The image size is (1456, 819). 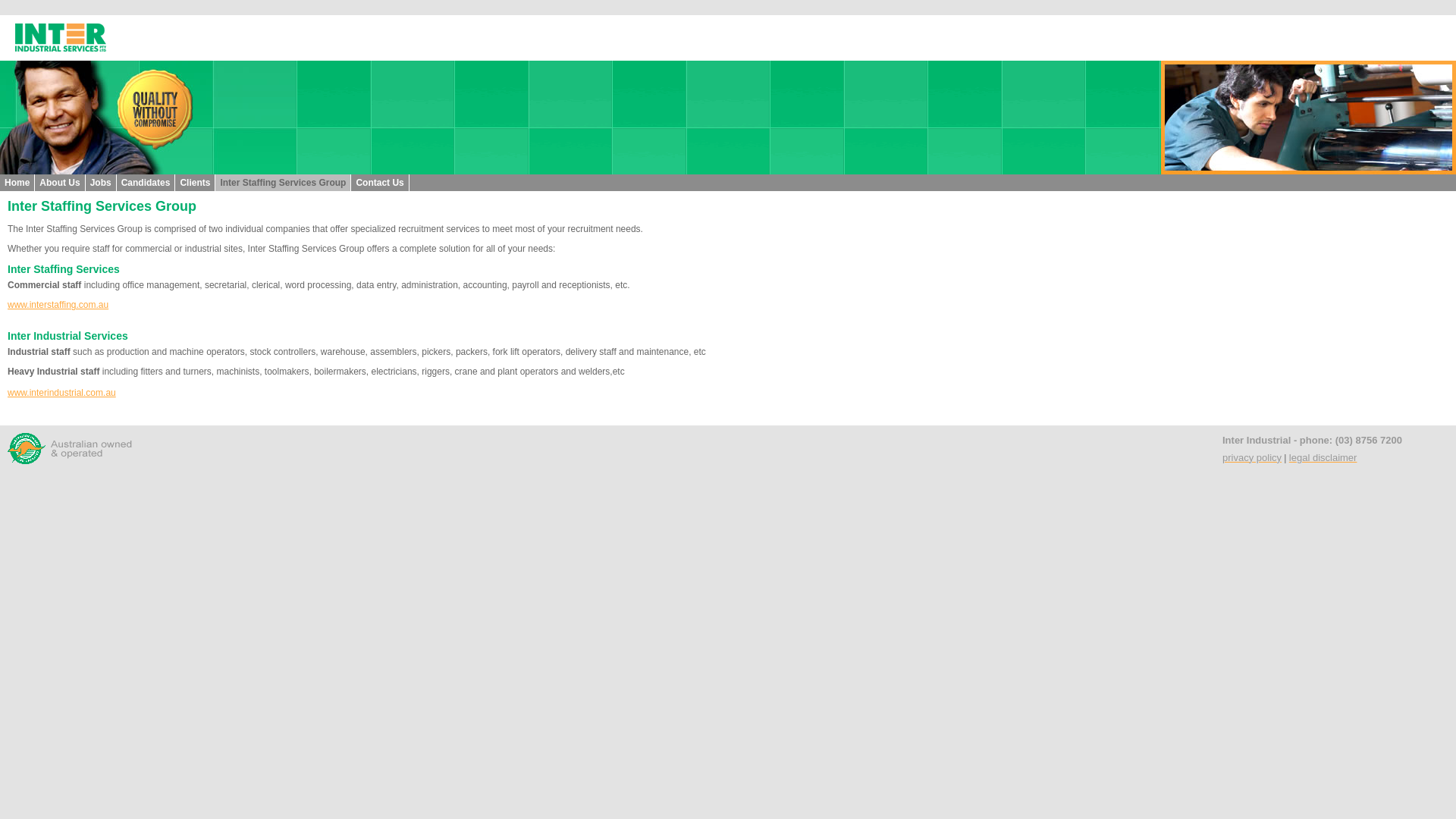 What do you see at coordinates (35, 181) in the screenshot?
I see `'About Us'` at bounding box center [35, 181].